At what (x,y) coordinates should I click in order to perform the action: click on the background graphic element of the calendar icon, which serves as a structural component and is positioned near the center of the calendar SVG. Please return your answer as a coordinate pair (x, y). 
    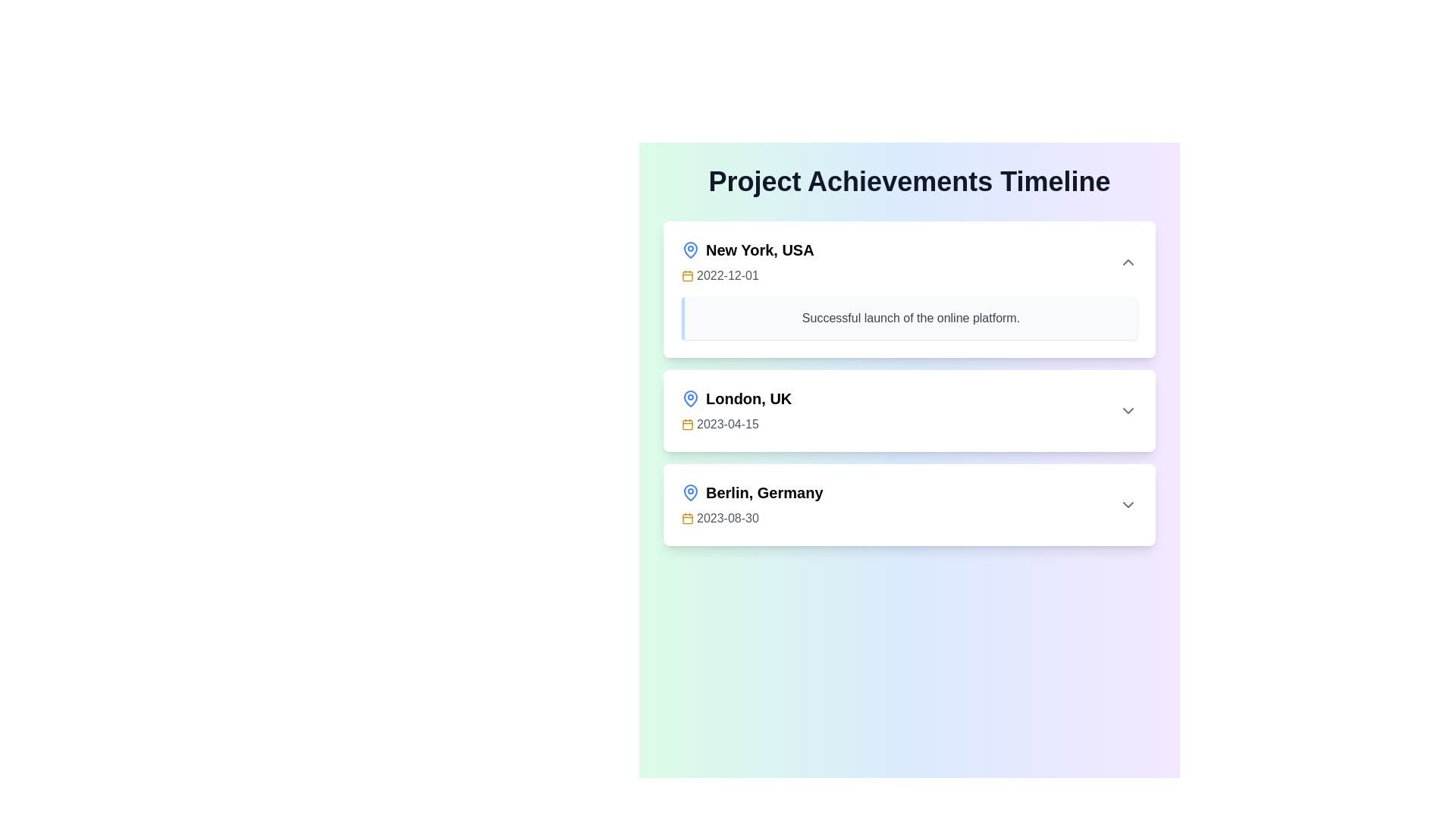
    Looking at the image, I should click on (687, 424).